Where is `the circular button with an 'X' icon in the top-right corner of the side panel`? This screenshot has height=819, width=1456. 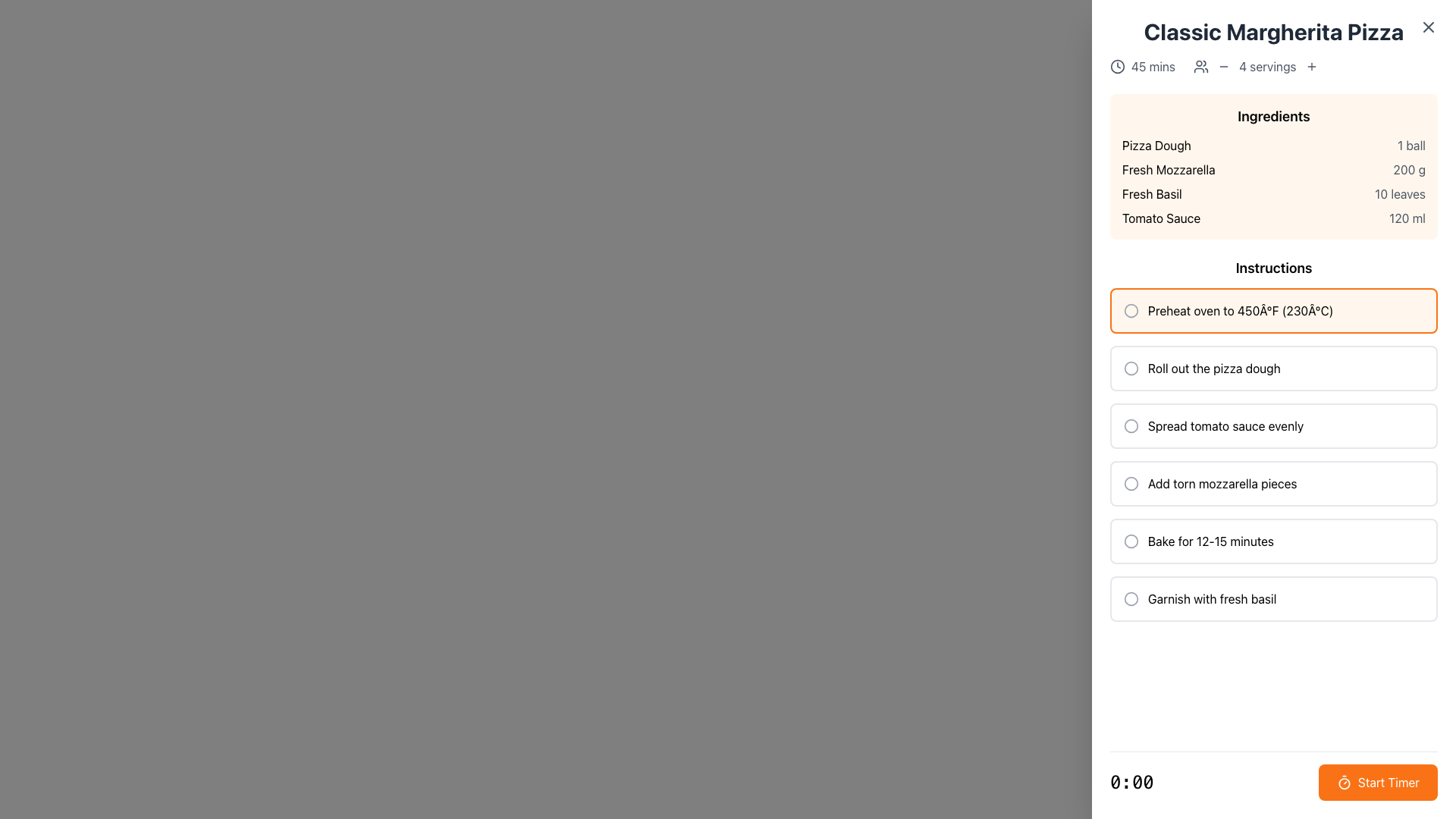
the circular button with an 'X' icon in the top-right corner of the side panel is located at coordinates (1427, 27).